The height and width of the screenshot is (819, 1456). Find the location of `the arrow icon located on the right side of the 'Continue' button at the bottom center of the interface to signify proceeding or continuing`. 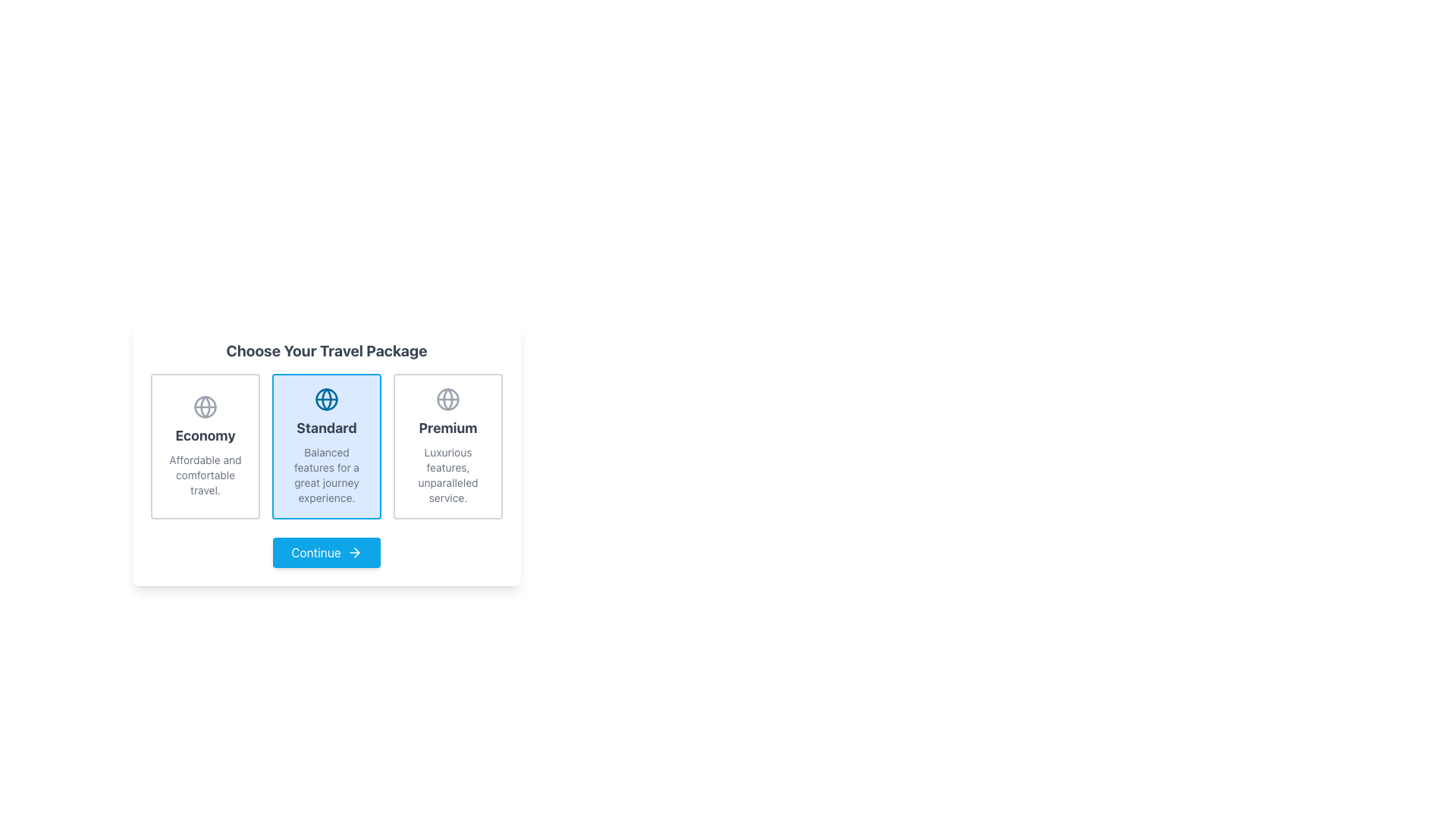

the arrow icon located on the right side of the 'Continue' button at the bottom center of the interface to signify proceeding or continuing is located at coordinates (353, 553).